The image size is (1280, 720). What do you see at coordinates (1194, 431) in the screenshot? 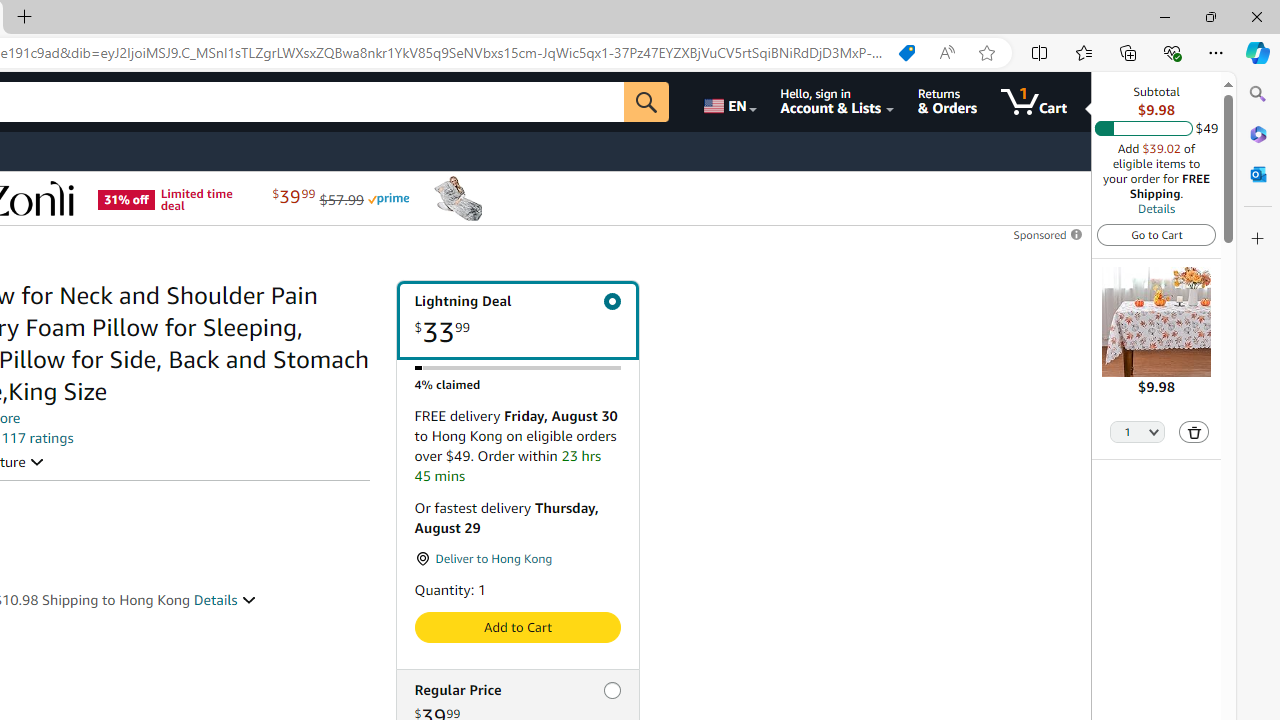
I see `'Delete'` at bounding box center [1194, 431].